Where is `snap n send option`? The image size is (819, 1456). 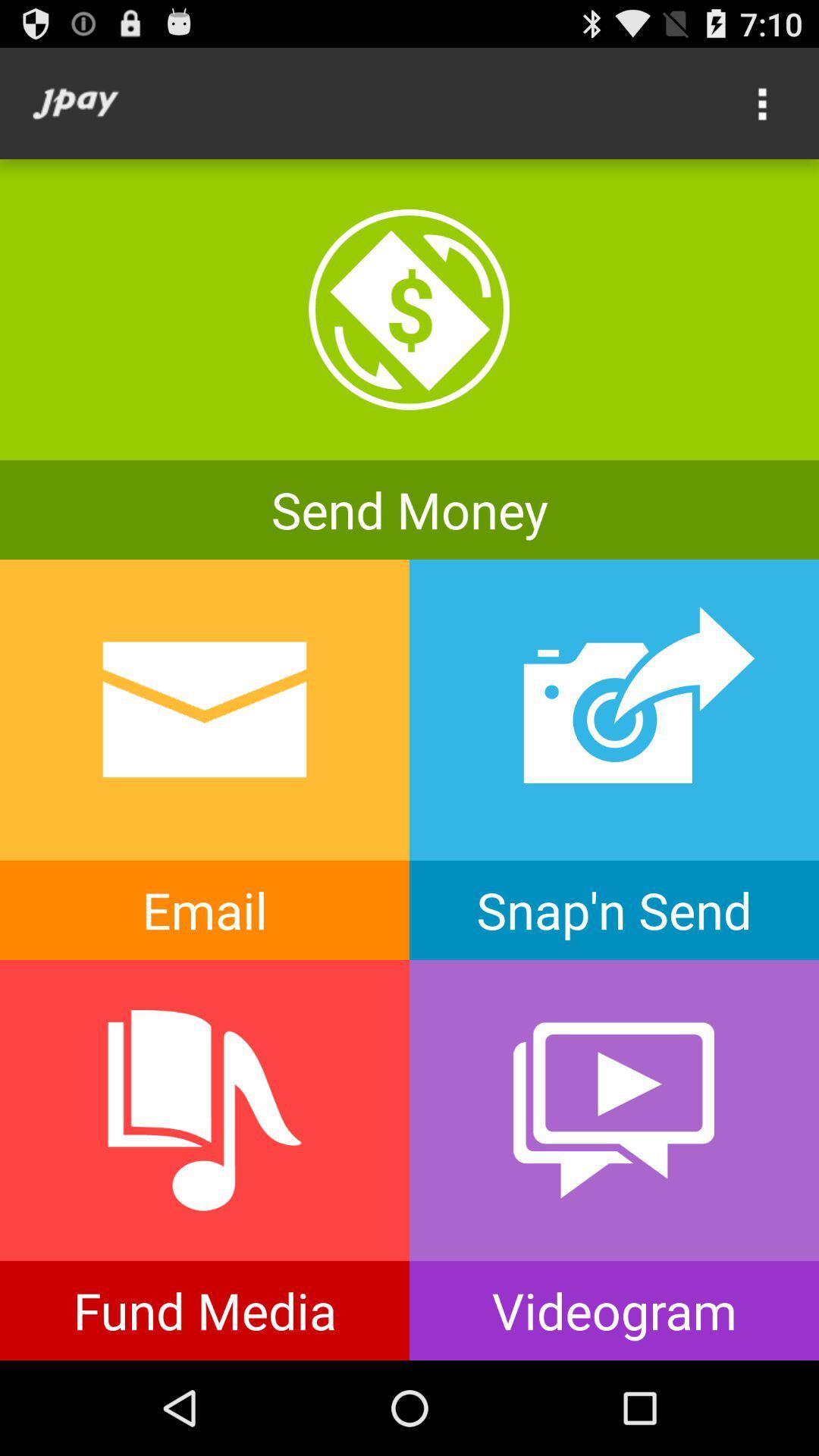 snap n send option is located at coordinates (614, 760).